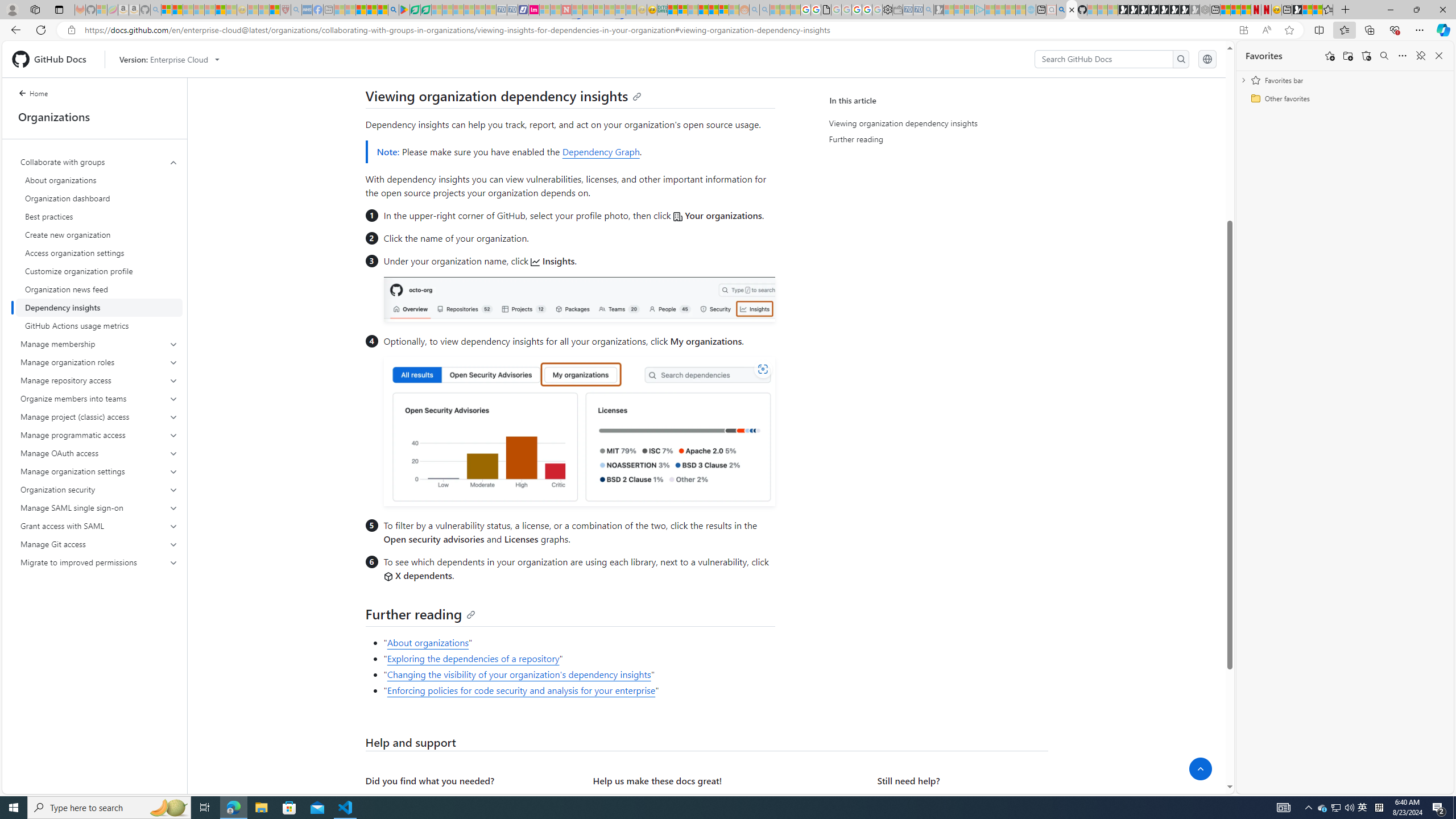  What do you see at coordinates (99, 270) in the screenshot?
I see `'Customize organization profile'` at bounding box center [99, 270].